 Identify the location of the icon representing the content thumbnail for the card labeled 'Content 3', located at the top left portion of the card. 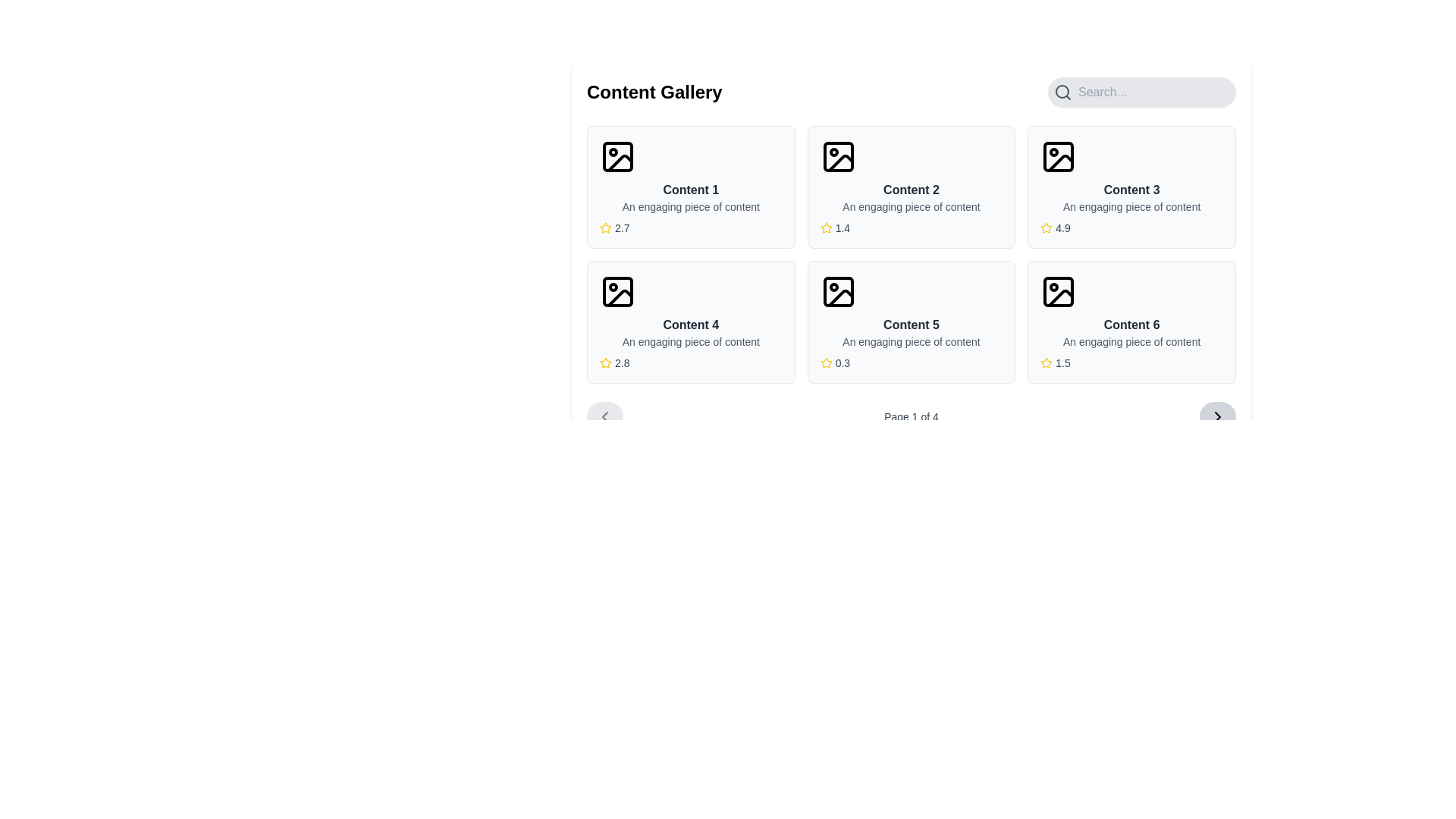
(1058, 157).